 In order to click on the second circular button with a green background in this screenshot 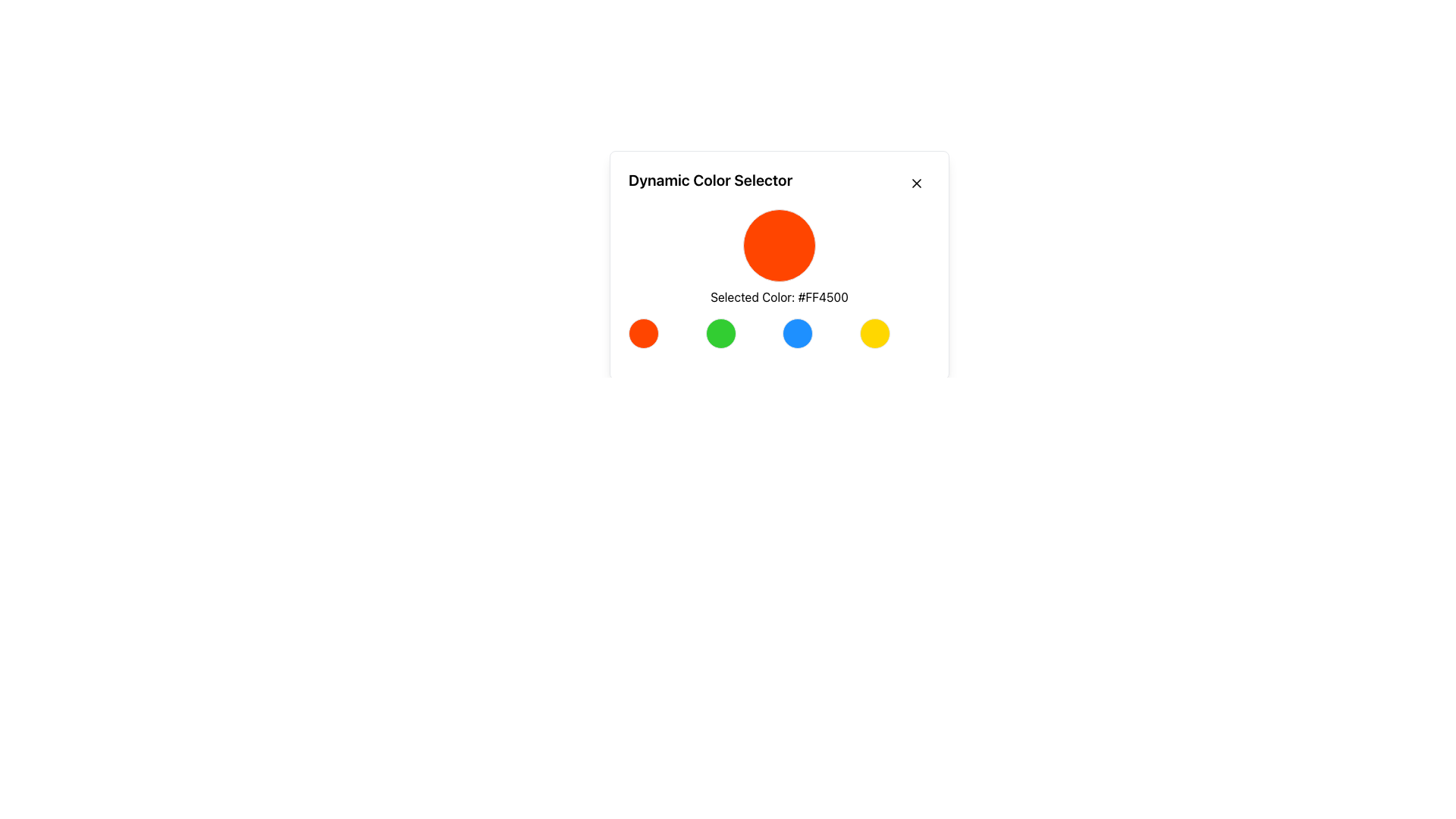, I will do `click(720, 332)`.